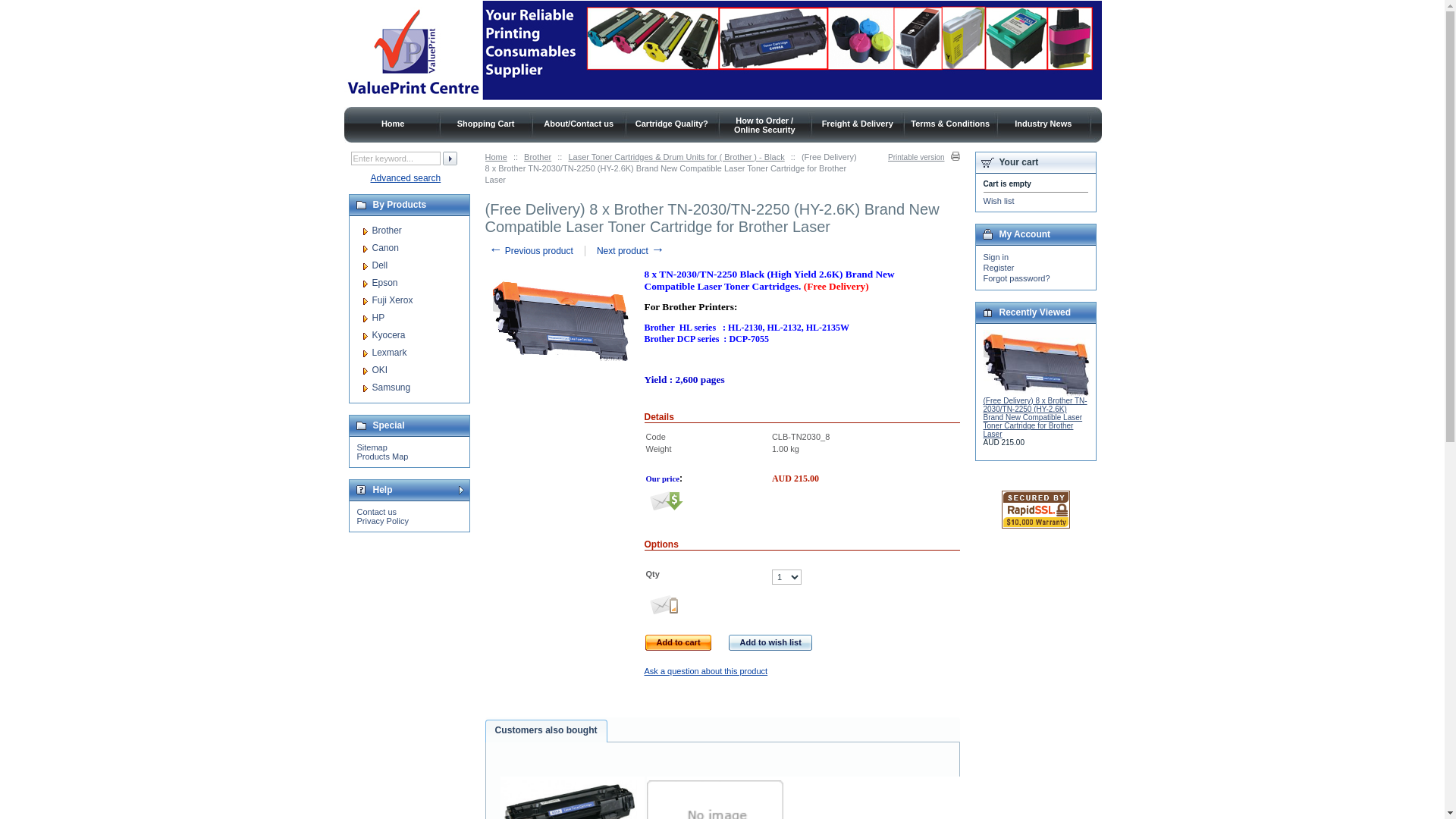  I want to click on 'HP', so click(378, 317).